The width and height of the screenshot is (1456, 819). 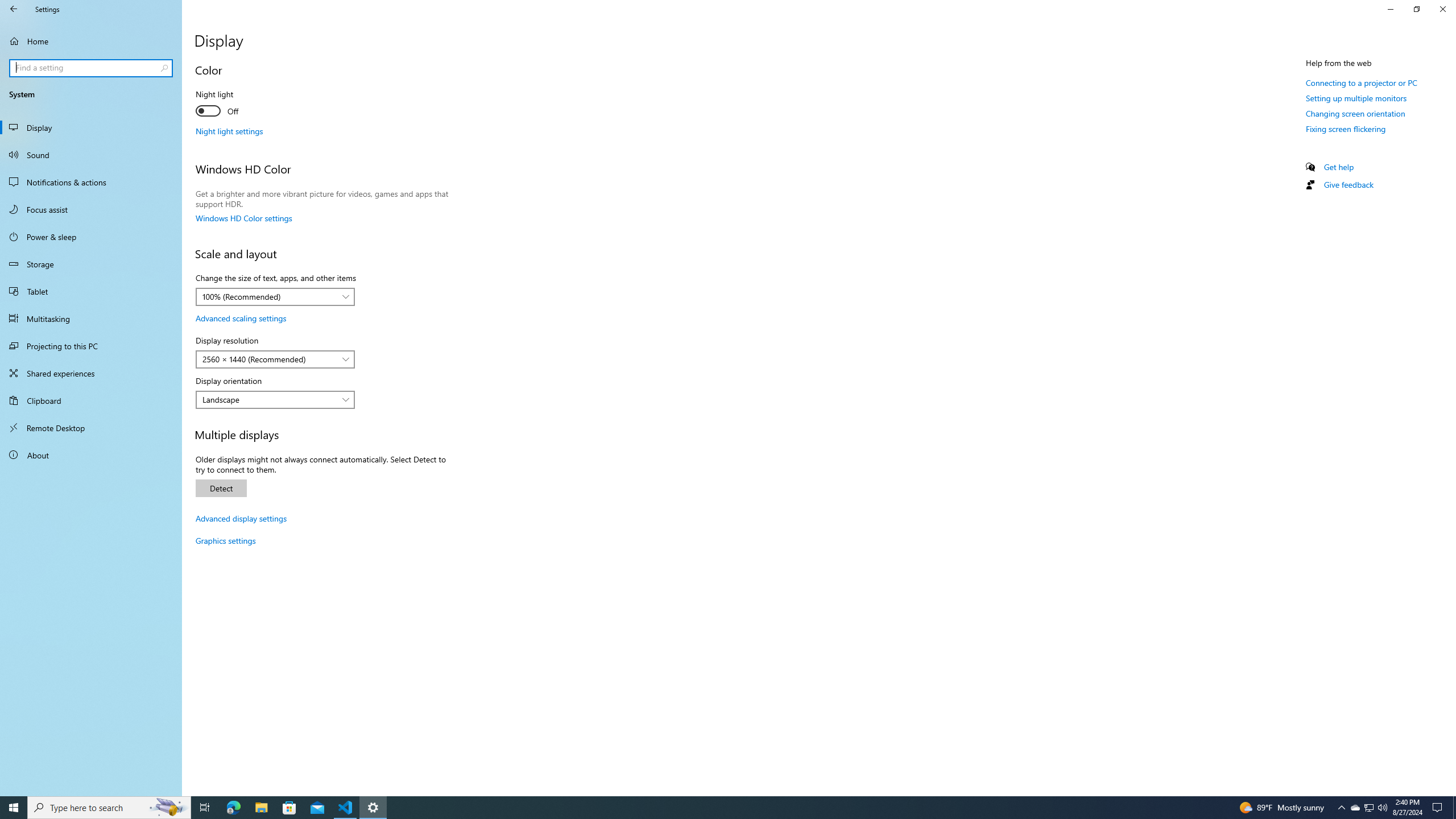 What do you see at coordinates (1360, 82) in the screenshot?
I see `'Connecting to a projector or PC'` at bounding box center [1360, 82].